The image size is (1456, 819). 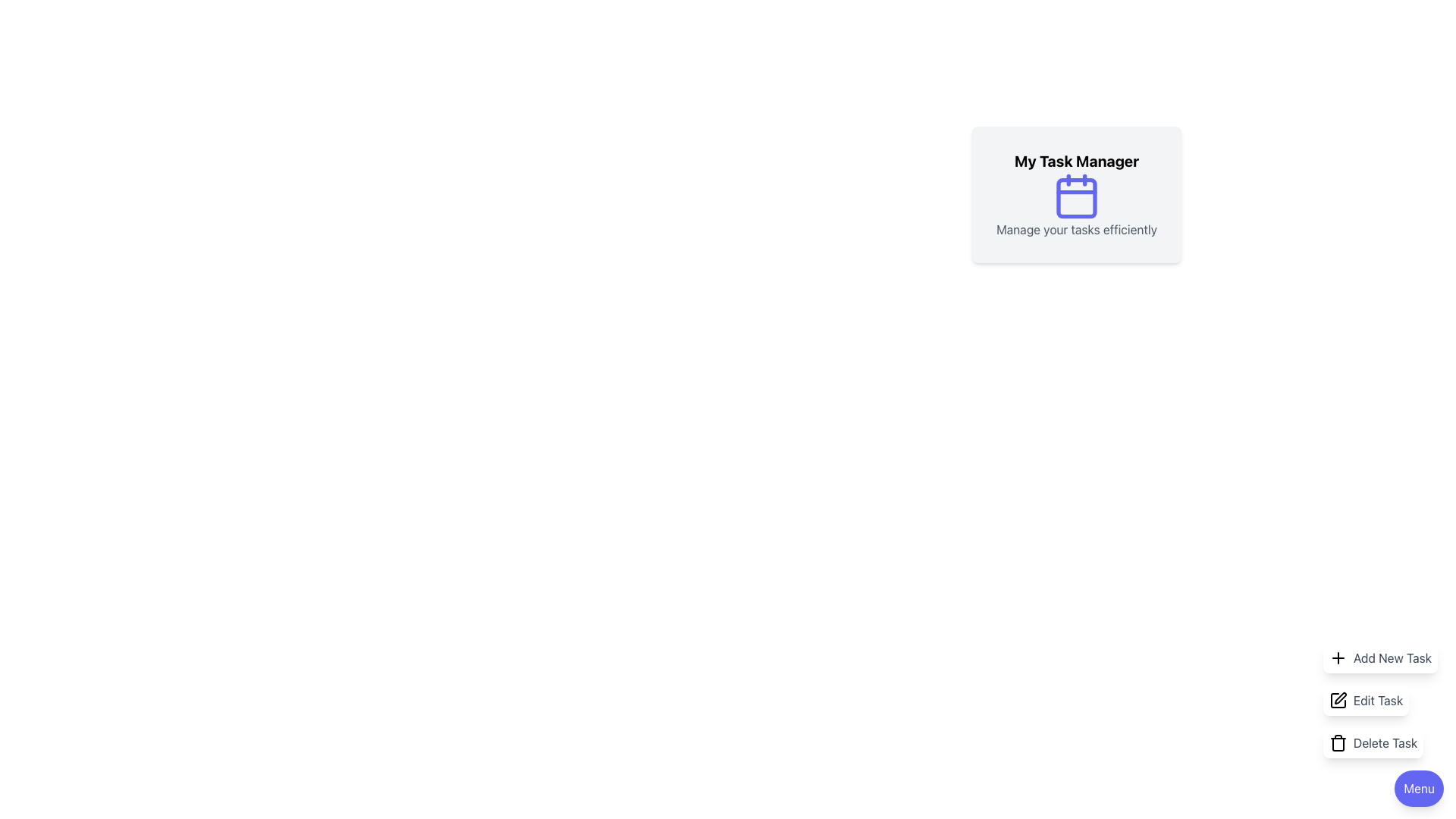 I want to click on the 'Menu' button, which is a rounded purple icon with white text, located at the bottom-right corner of the interface beneath other action buttons in a floating menu panel to trigger visual feedback, so click(x=1418, y=788).